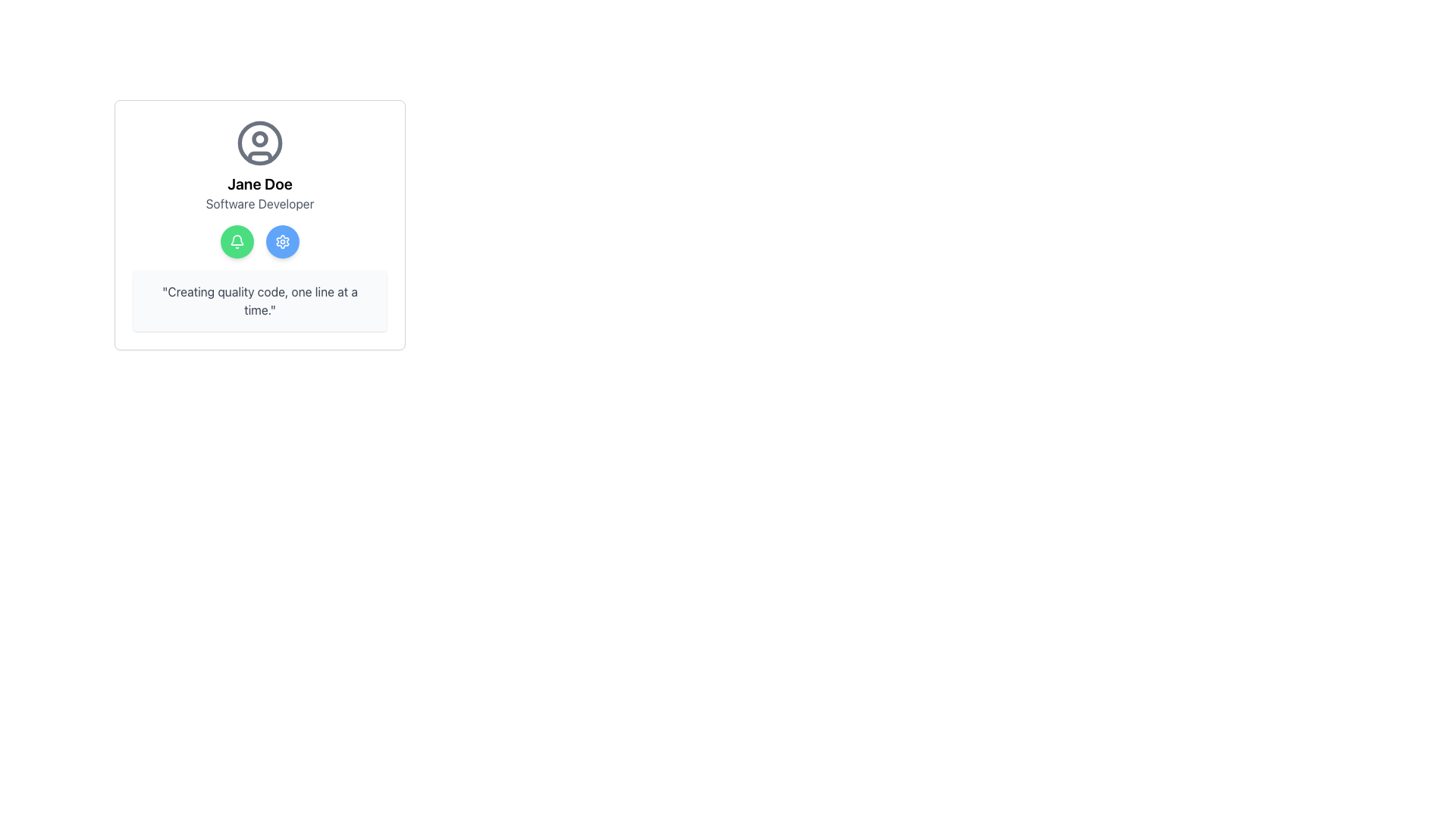 This screenshot has width=1456, height=819. Describe the element at coordinates (259, 301) in the screenshot. I see `the static text block located at the bottom section of the profile card, which provides context or highlights the role of an individual` at that location.